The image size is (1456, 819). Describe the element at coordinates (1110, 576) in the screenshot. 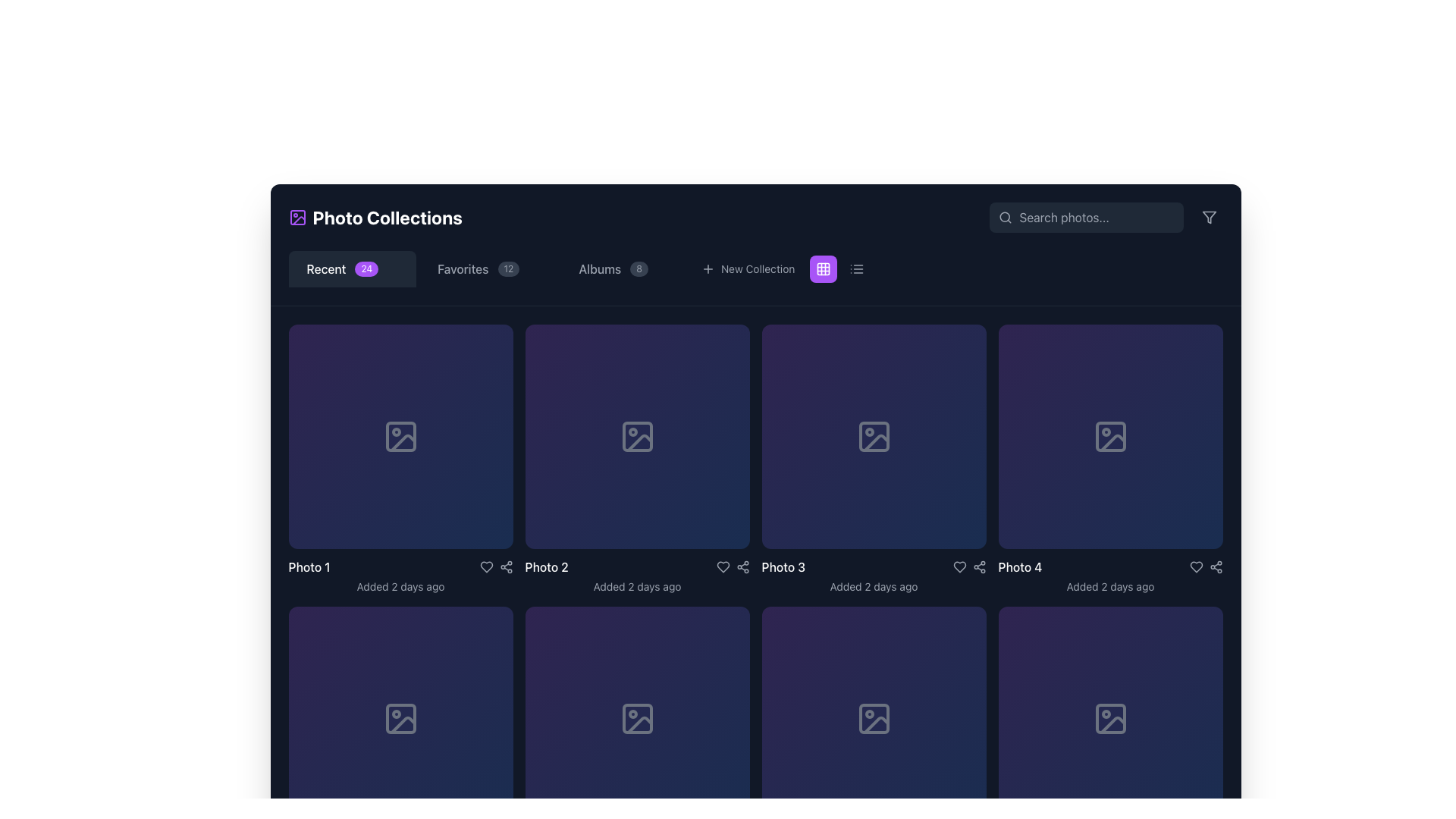

I see `the Description block containing the text 'Photo 4' and 'Added 2 days ago'` at that location.